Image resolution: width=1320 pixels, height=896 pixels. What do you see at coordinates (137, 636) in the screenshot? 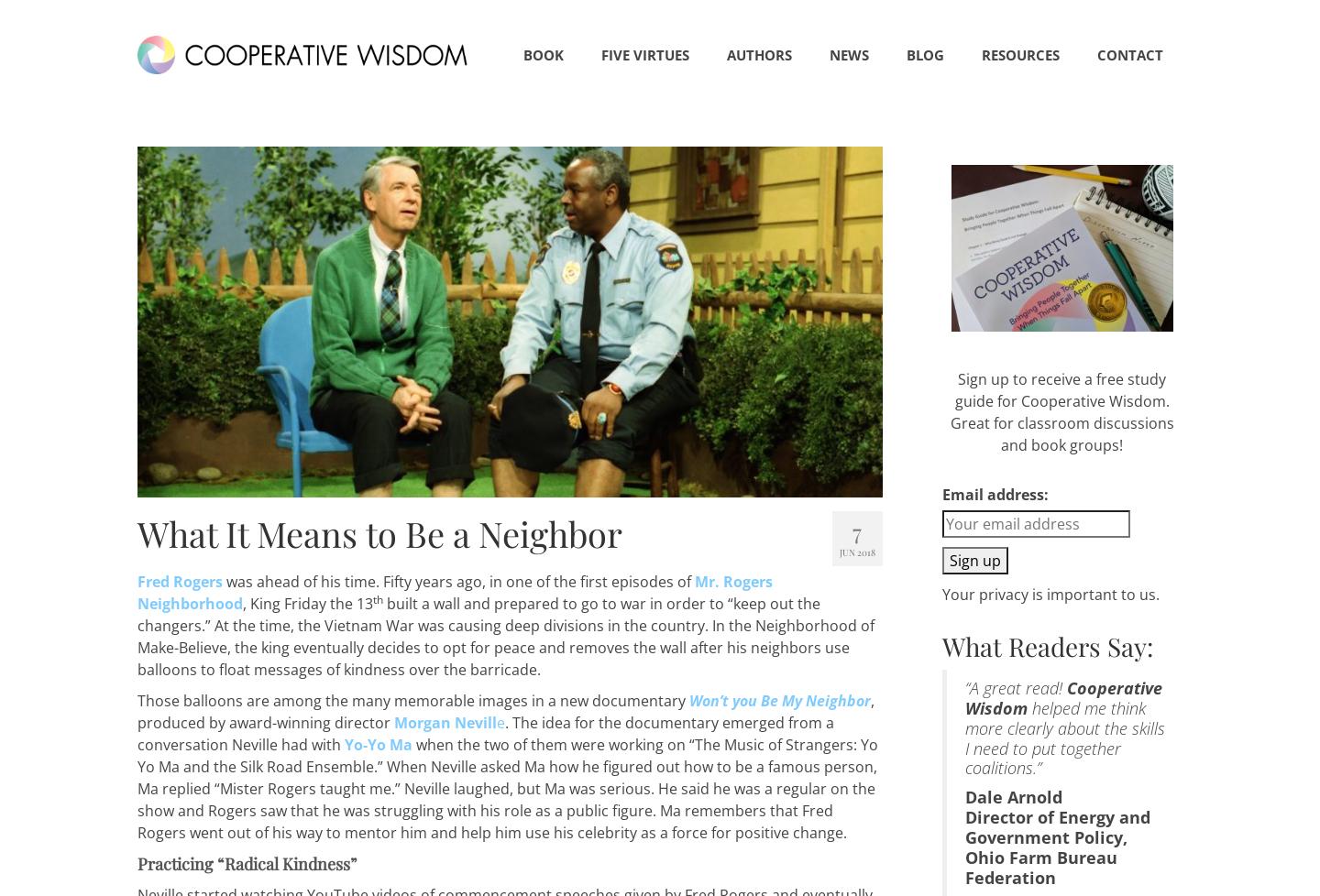
I see `'built a wall and prepared to go to war in order to “keep out the changers.” At the time, the Vietnam War was causing deep divisions in the country. In the Neighborhood of Make-Believe, the king eventually decides to opt for peace and removes the wall after his neighbors use balloons to float messages of kindness over the barricade.'` at bounding box center [137, 636].